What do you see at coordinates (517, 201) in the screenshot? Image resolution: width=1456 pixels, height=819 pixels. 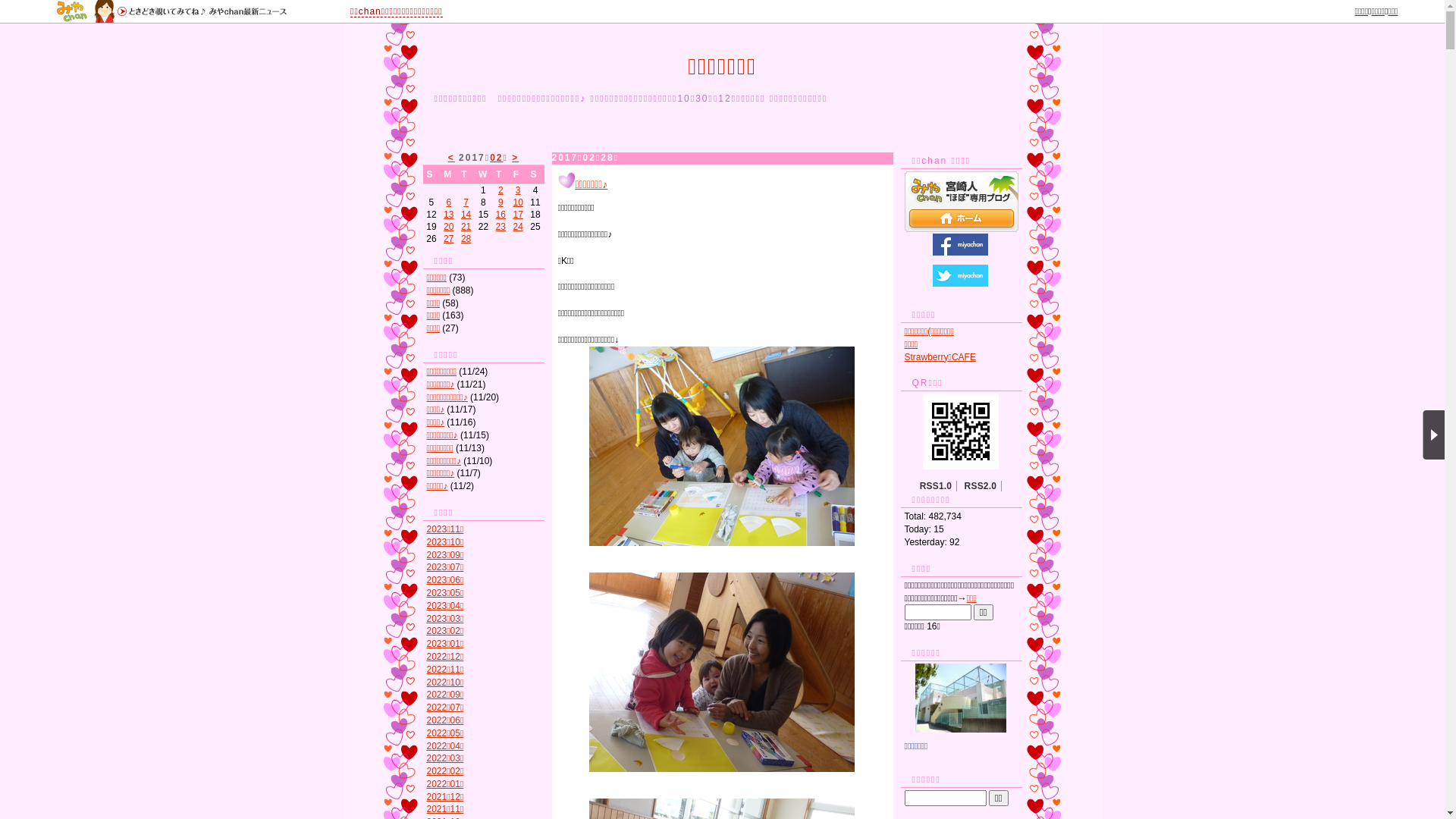 I see `'10'` at bounding box center [517, 201].